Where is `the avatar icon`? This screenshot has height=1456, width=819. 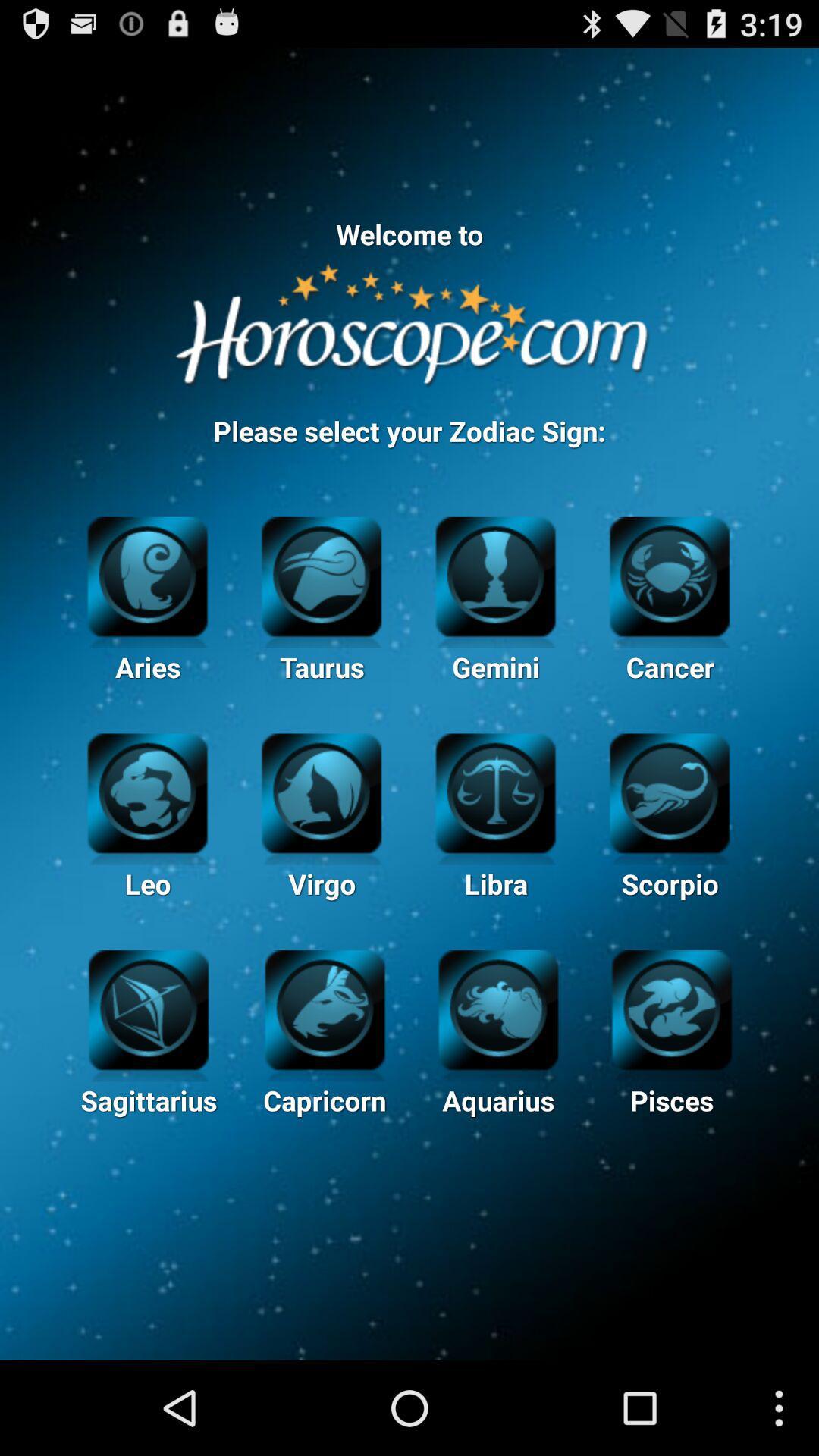 the avatar icon is located at coordinates (495, 615).